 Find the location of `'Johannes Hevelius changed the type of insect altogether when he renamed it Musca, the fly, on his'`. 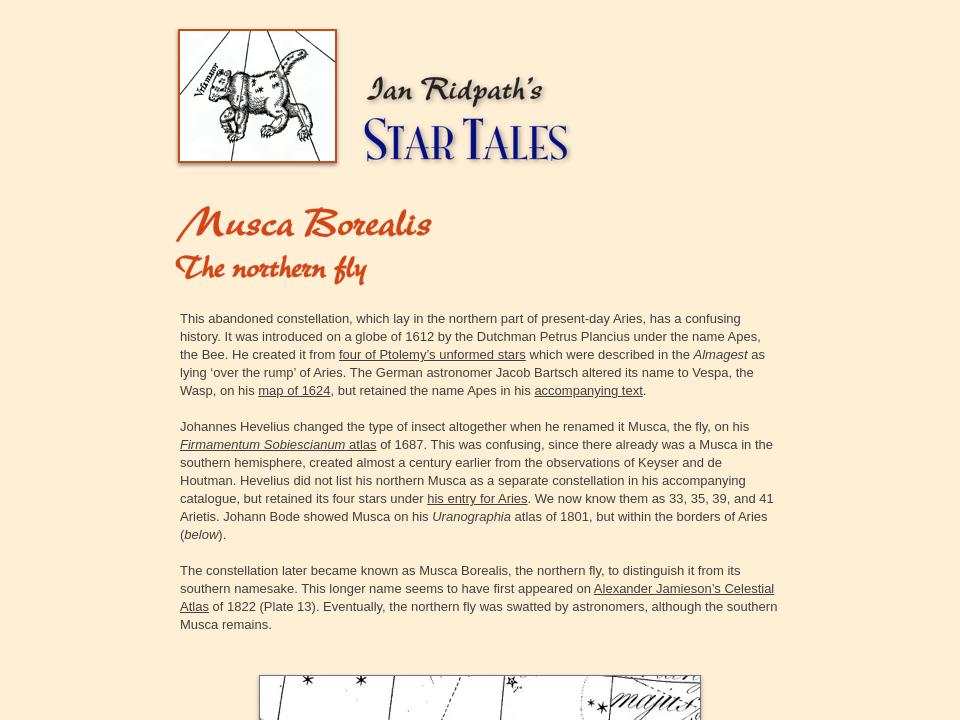

'Johannes Hevelius changed the type of insect altogether when he renamed it Musca, the fly, on his' is located at coordinates (179, 425).